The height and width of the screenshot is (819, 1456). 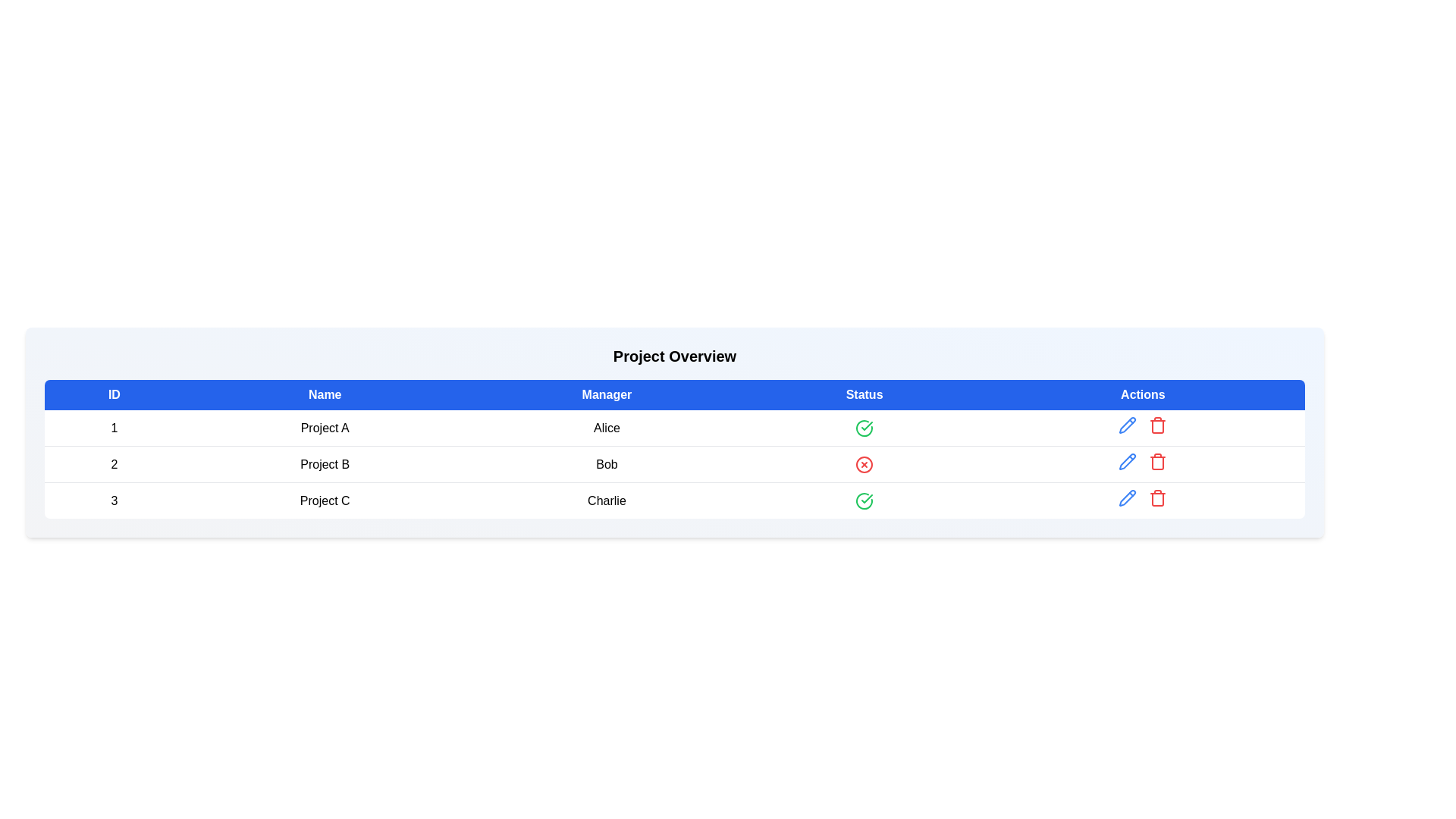 I want to click on the green check-circle icon in the 'Status' column of the first row, which indicates the validated status for manager 'Alice' and project 'Project A', so click(x=864, y=428).